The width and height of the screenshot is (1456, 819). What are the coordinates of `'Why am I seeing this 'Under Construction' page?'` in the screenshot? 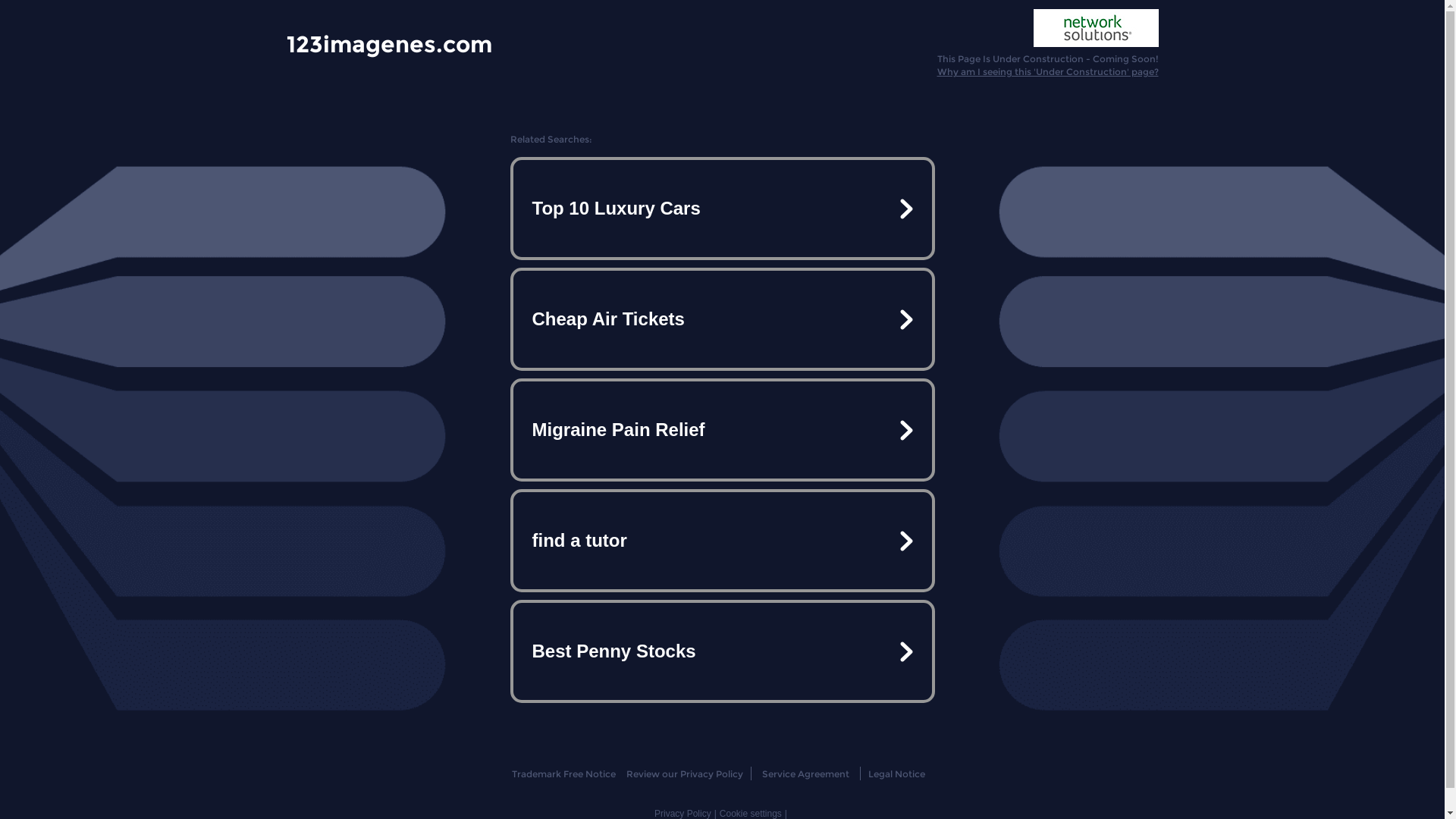 It's located at (1047, 71).